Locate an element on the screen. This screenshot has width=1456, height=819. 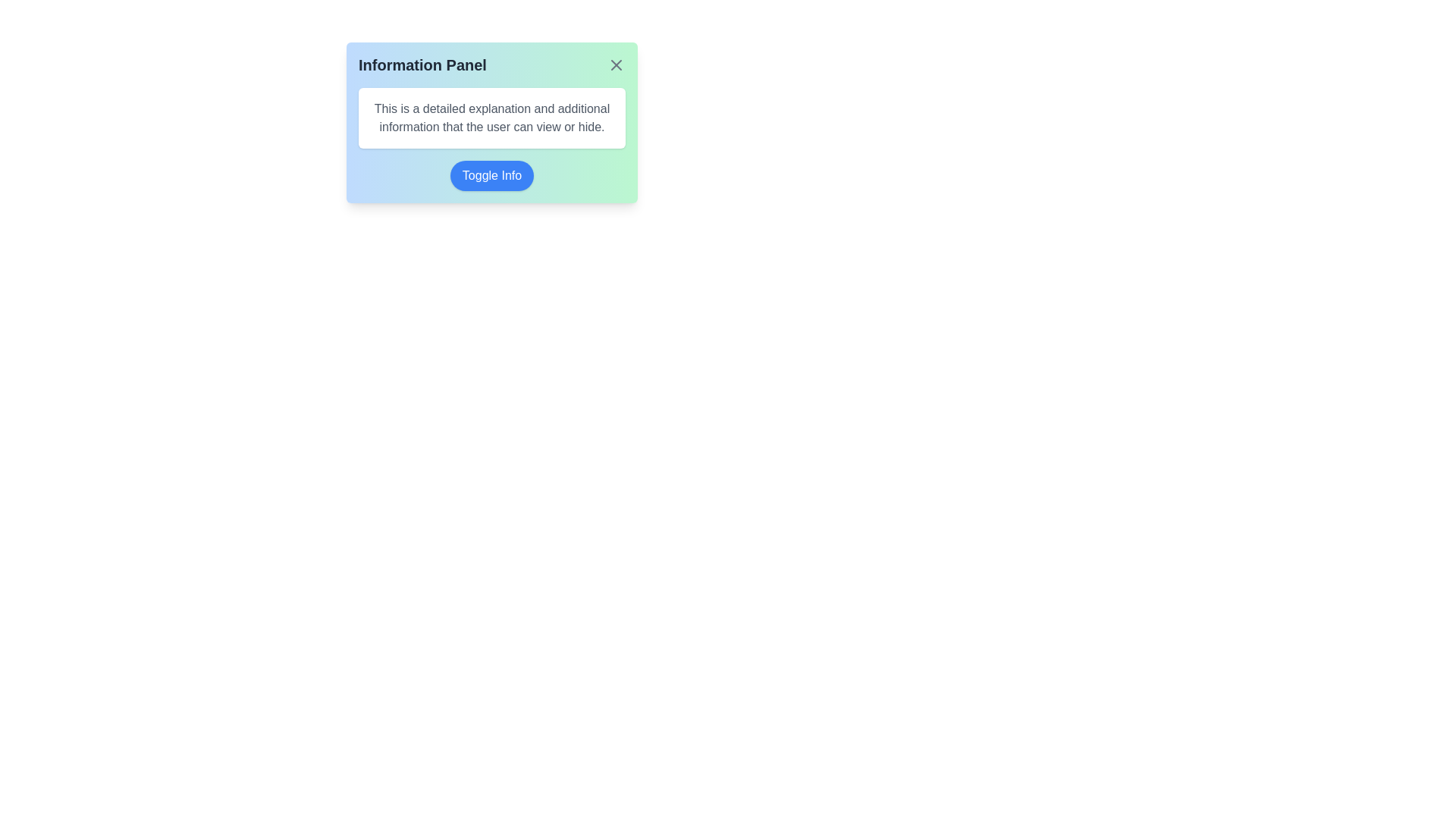
the Close button represented by an 'X' icon located at the top right corner of the Information Panel is located at coordinates (616, 64).